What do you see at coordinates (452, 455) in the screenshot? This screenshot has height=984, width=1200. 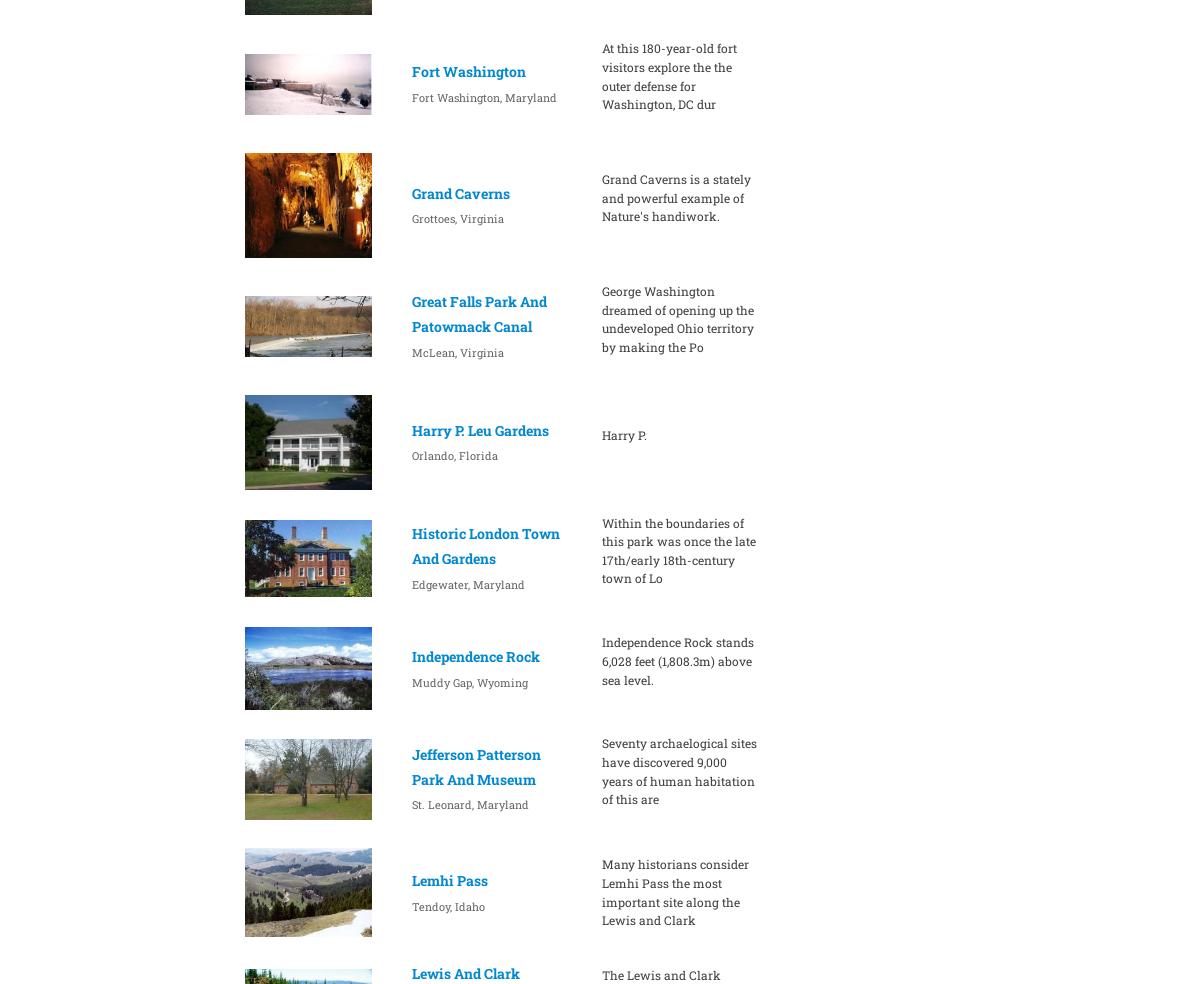 I see `'Orlando, Florida'` at bounding box center [452, 455].